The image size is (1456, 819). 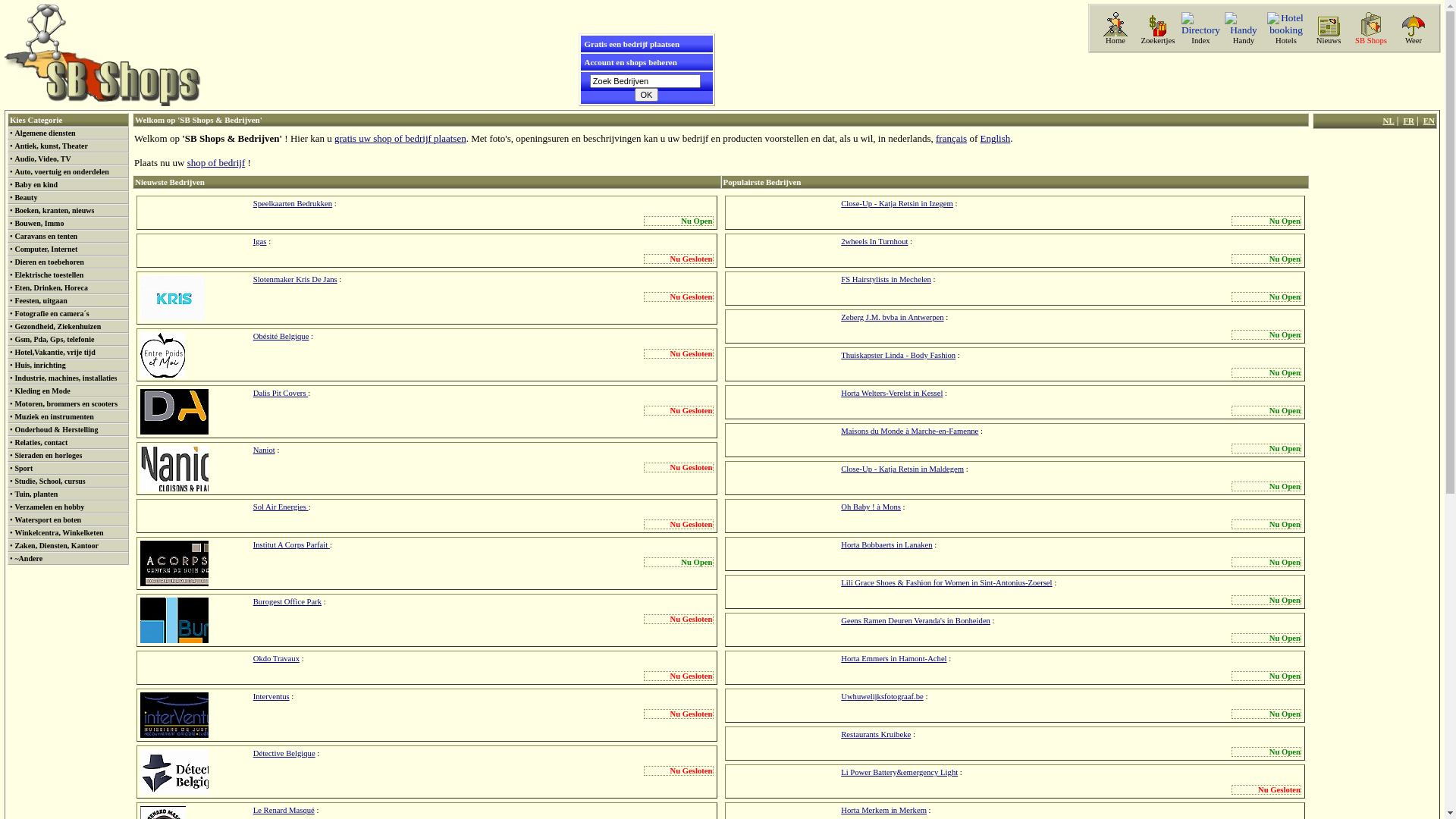 I want to click on 'OK', so click(x=647, y=94).